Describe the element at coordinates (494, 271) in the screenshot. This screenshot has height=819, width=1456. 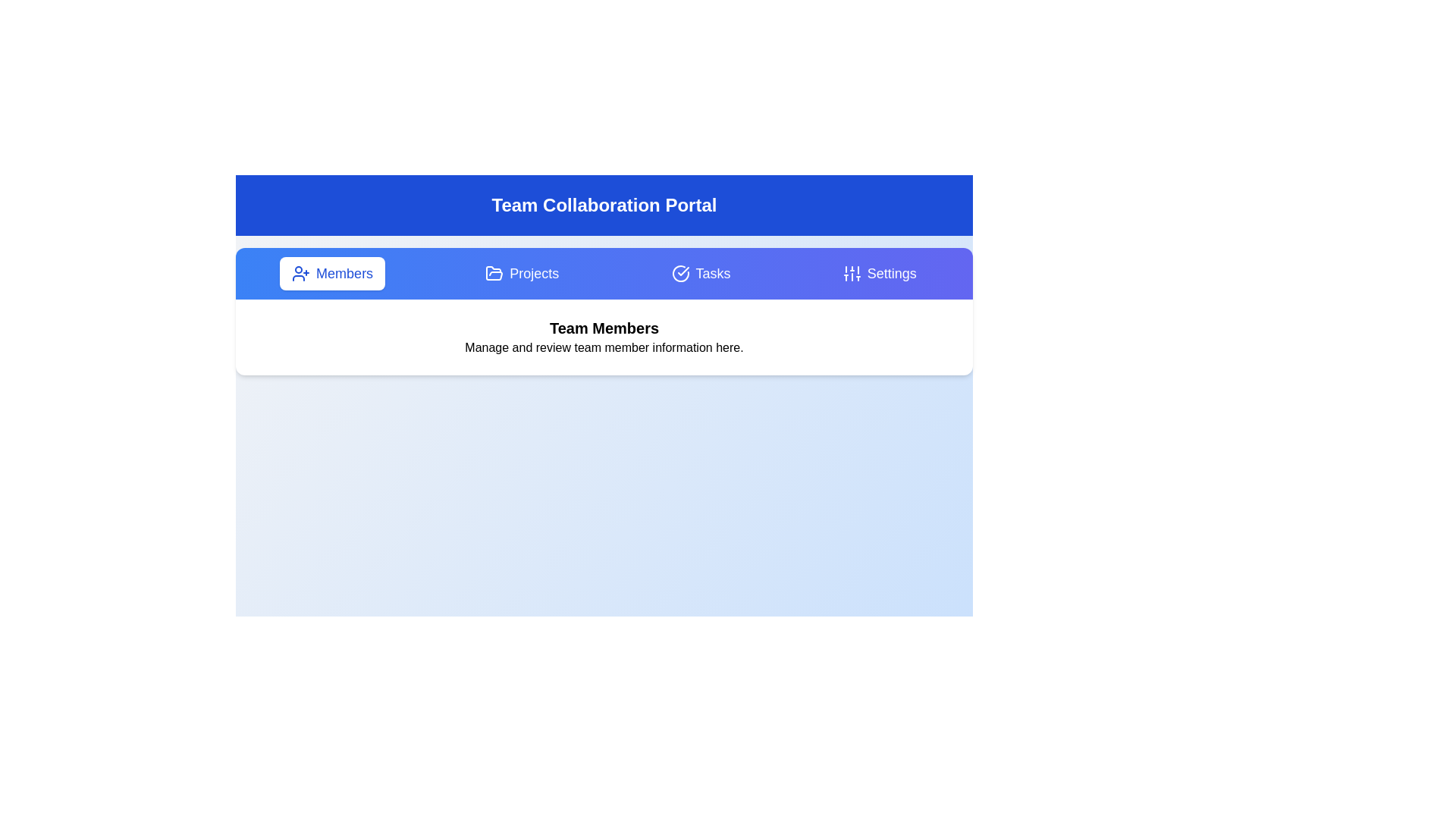
I see `the 'Projects' icon, which resembles an open folder with a blue stroke, located on the horizontal navigation bar, second from the left` at that location.